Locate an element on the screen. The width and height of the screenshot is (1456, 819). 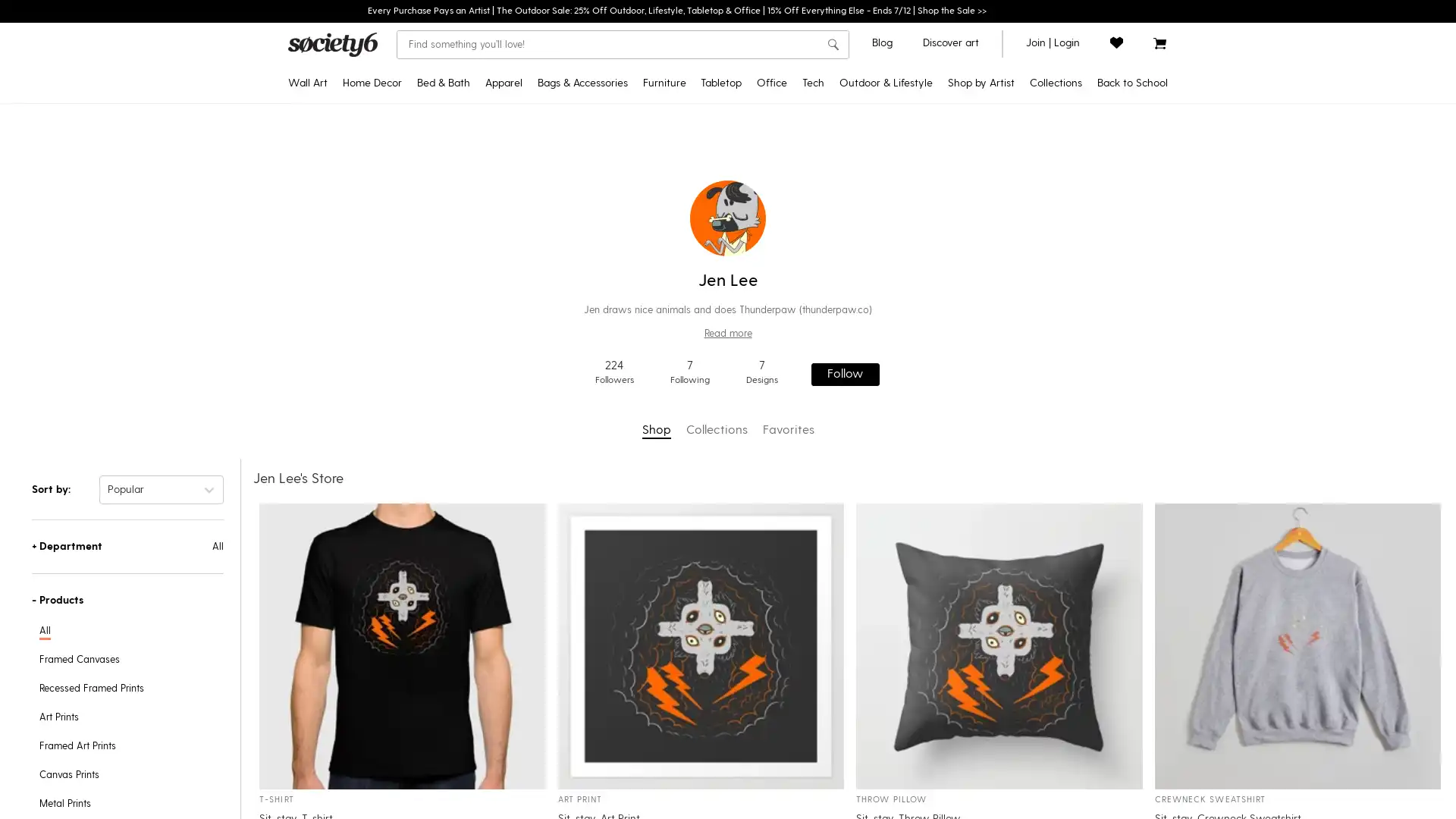
Serving Trays is located at coordinates (749, 341).